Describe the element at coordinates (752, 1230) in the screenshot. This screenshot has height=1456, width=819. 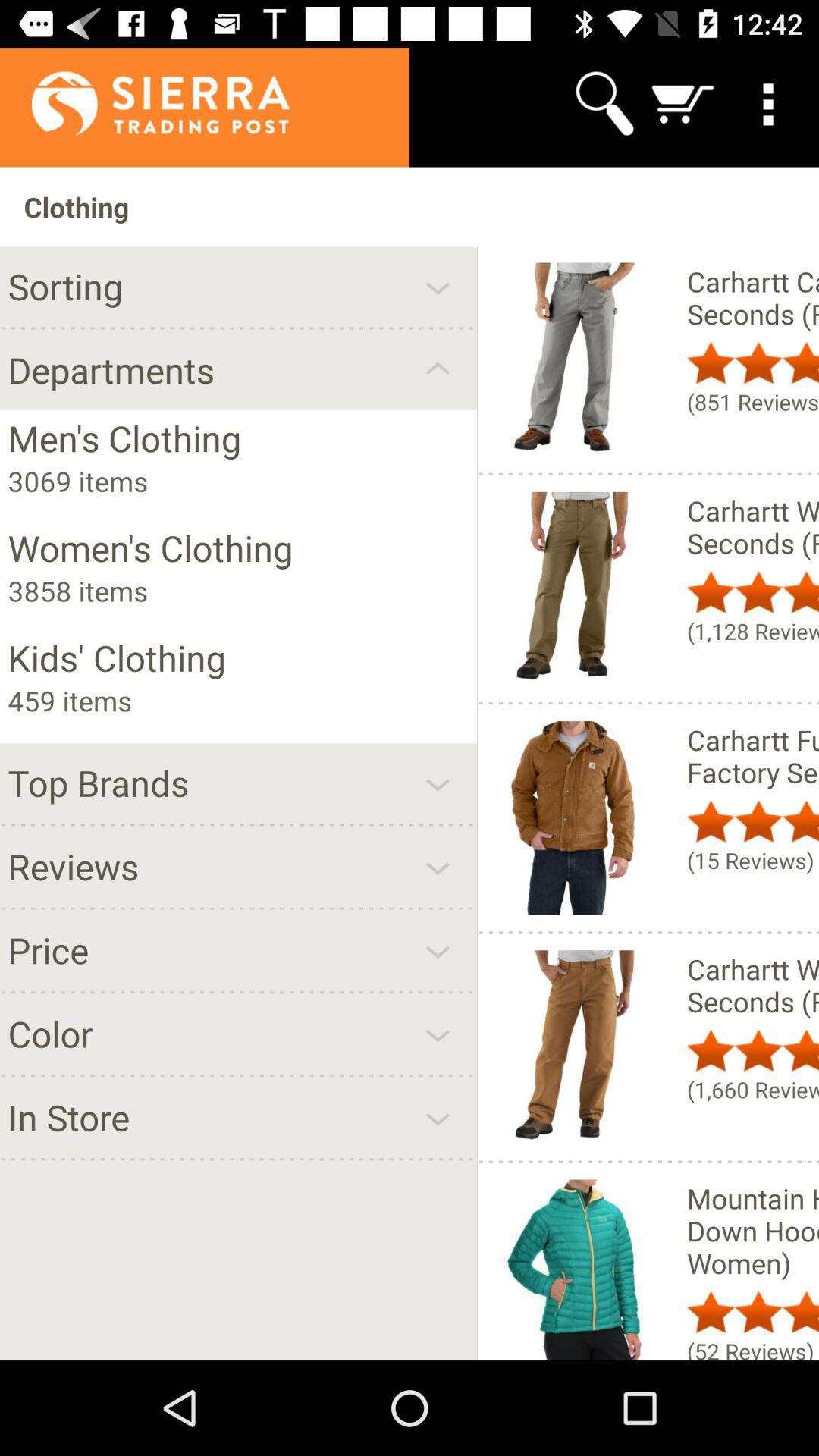
I see `app below (1,660 reviews) app` at that location.